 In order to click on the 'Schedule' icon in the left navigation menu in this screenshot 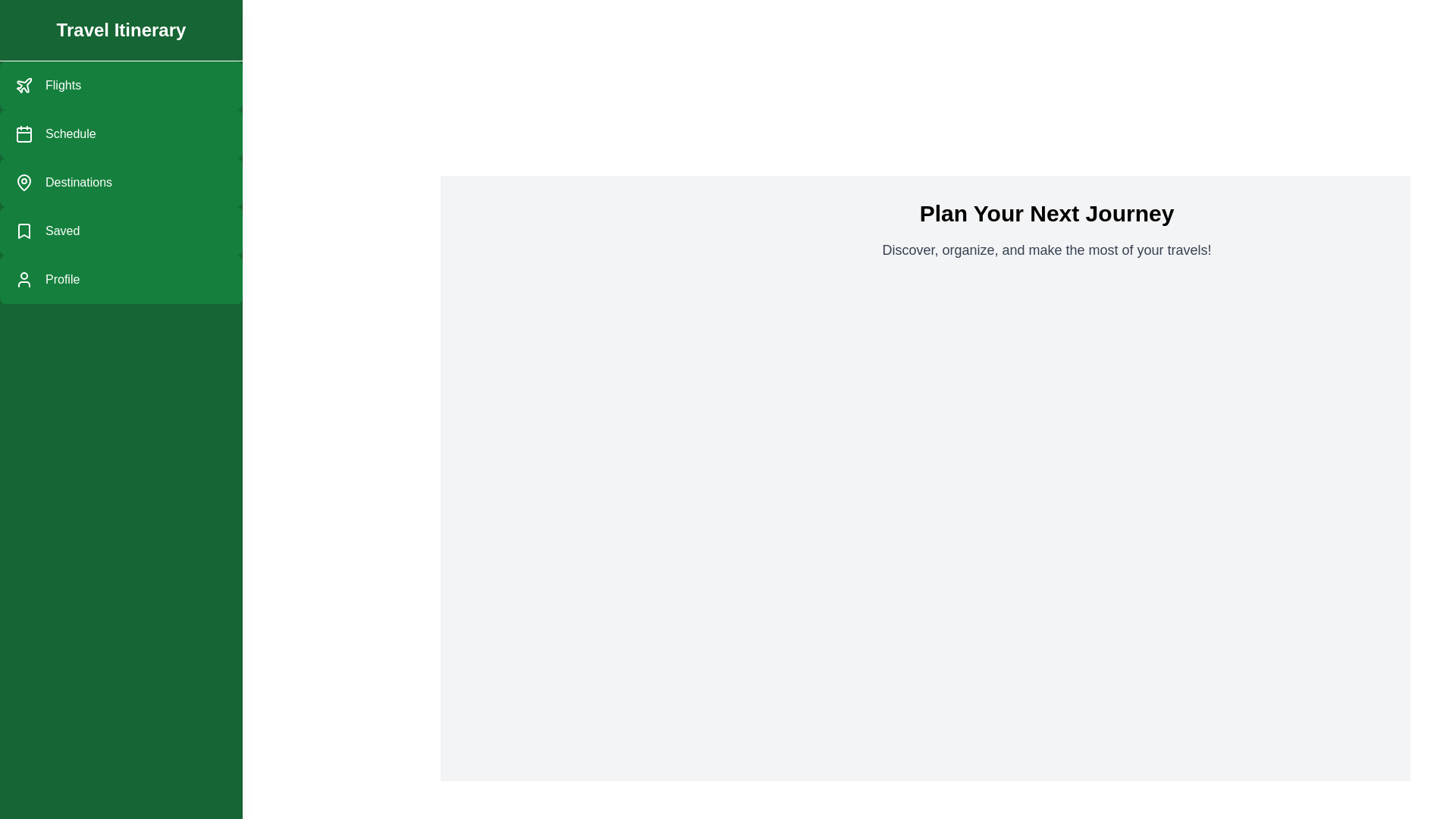, I will do `click(24, 133)`.